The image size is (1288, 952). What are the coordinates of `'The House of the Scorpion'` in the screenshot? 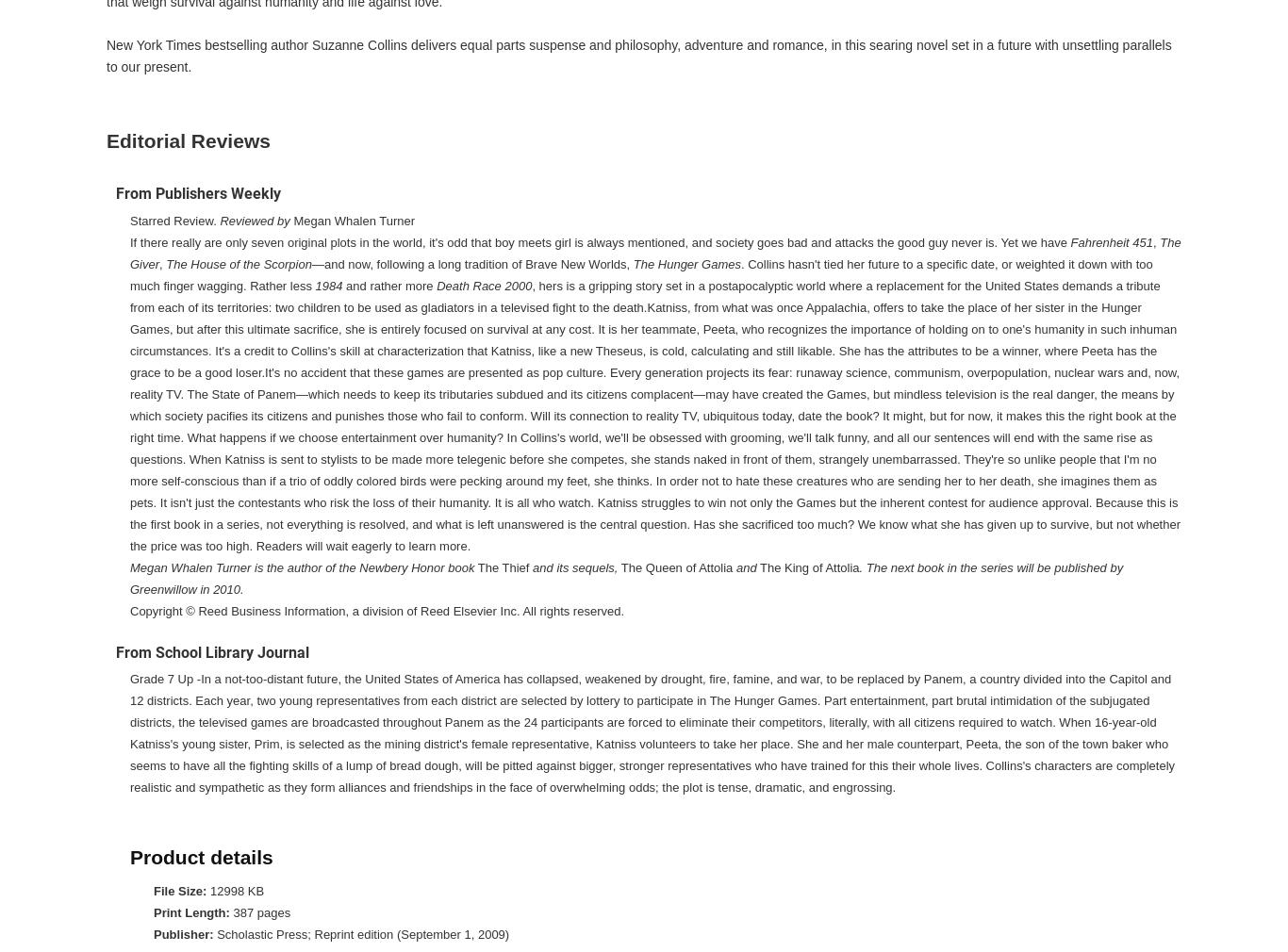 It's located at (164, 263).